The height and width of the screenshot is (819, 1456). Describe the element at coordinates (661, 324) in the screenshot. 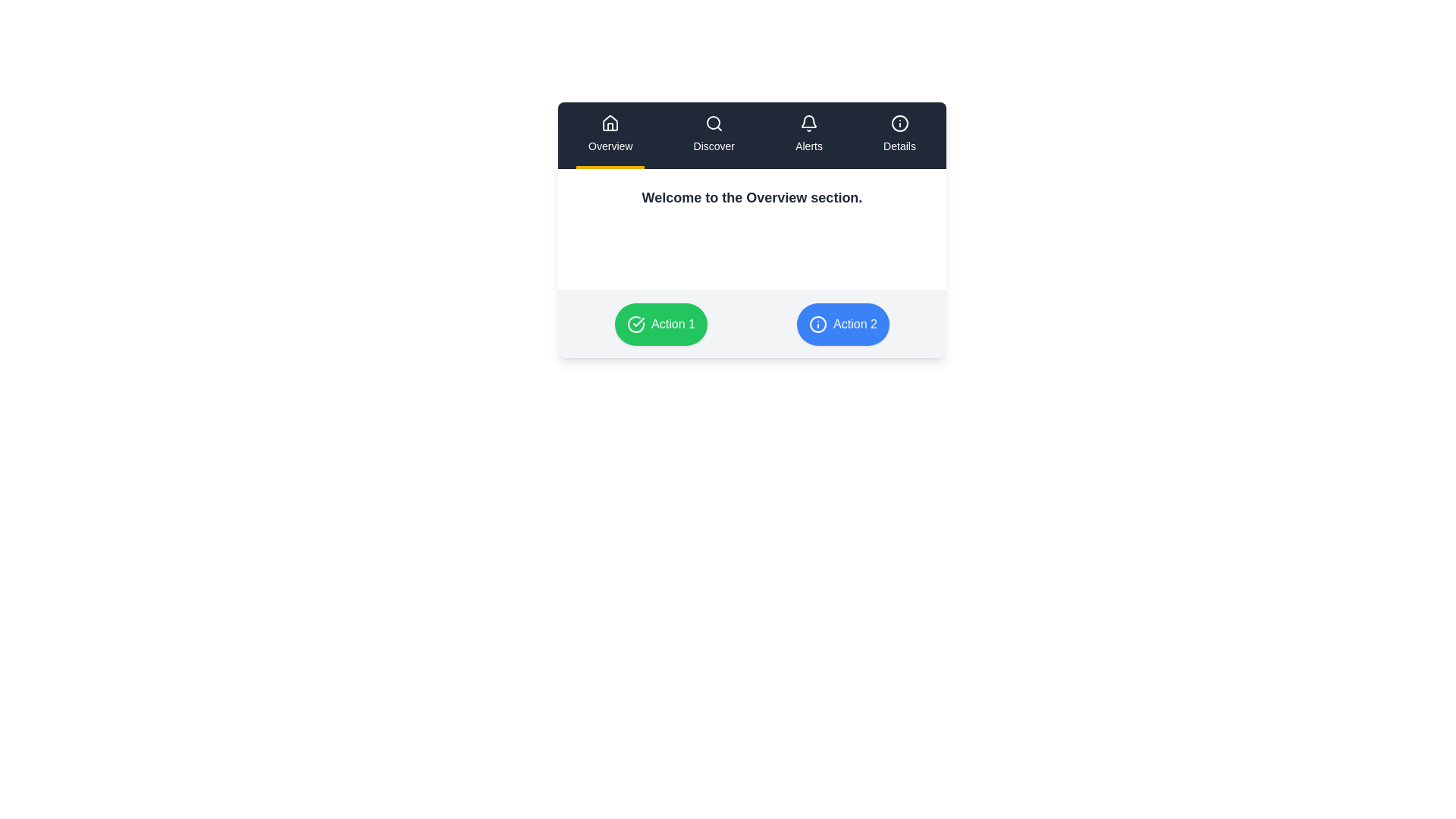

I see `the circular green button labeled 'Action 1' with a white check mark icon` at that location.